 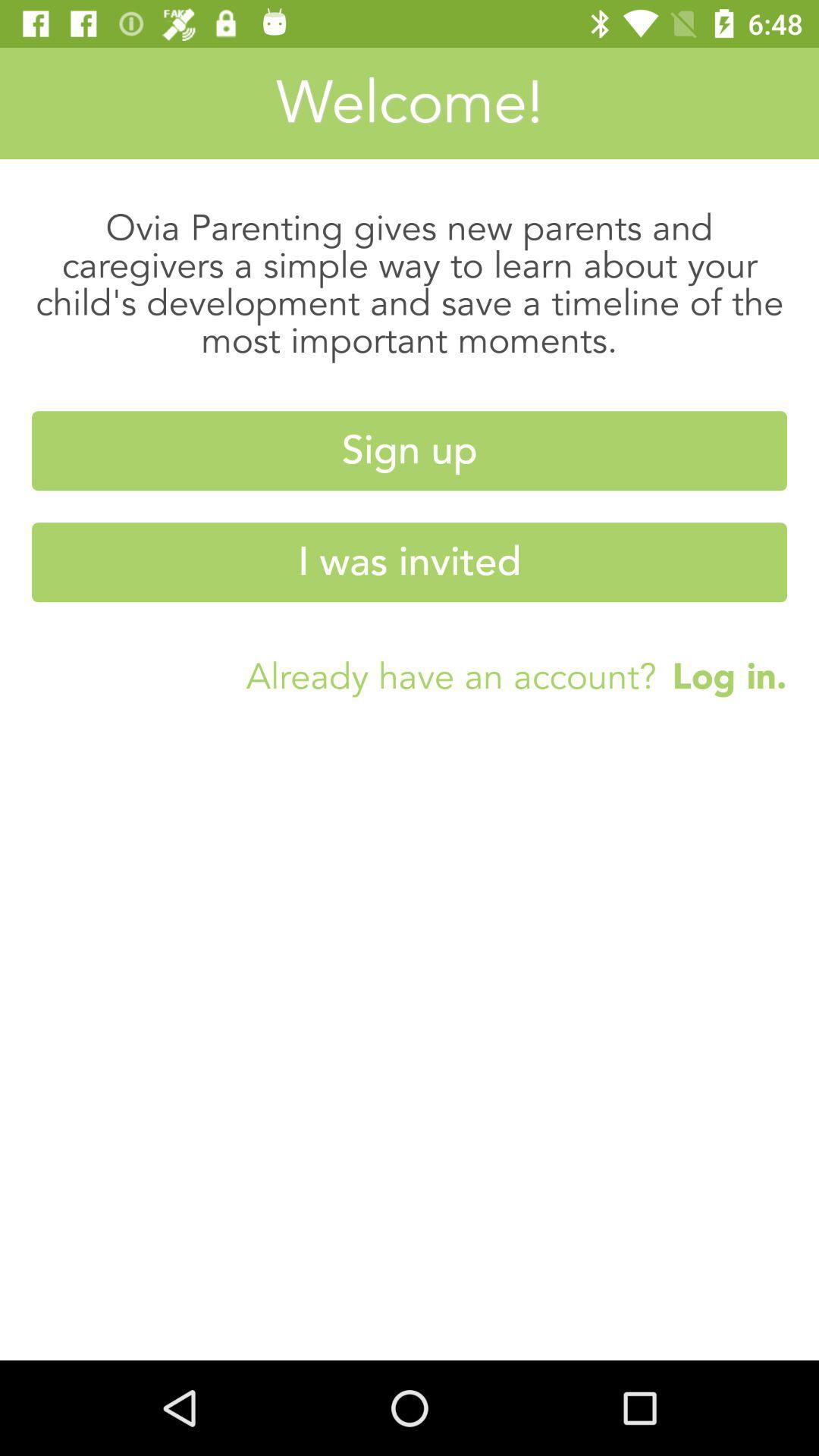 I want to click on the icon above the i was invited icon, so click(x=409, y=450).